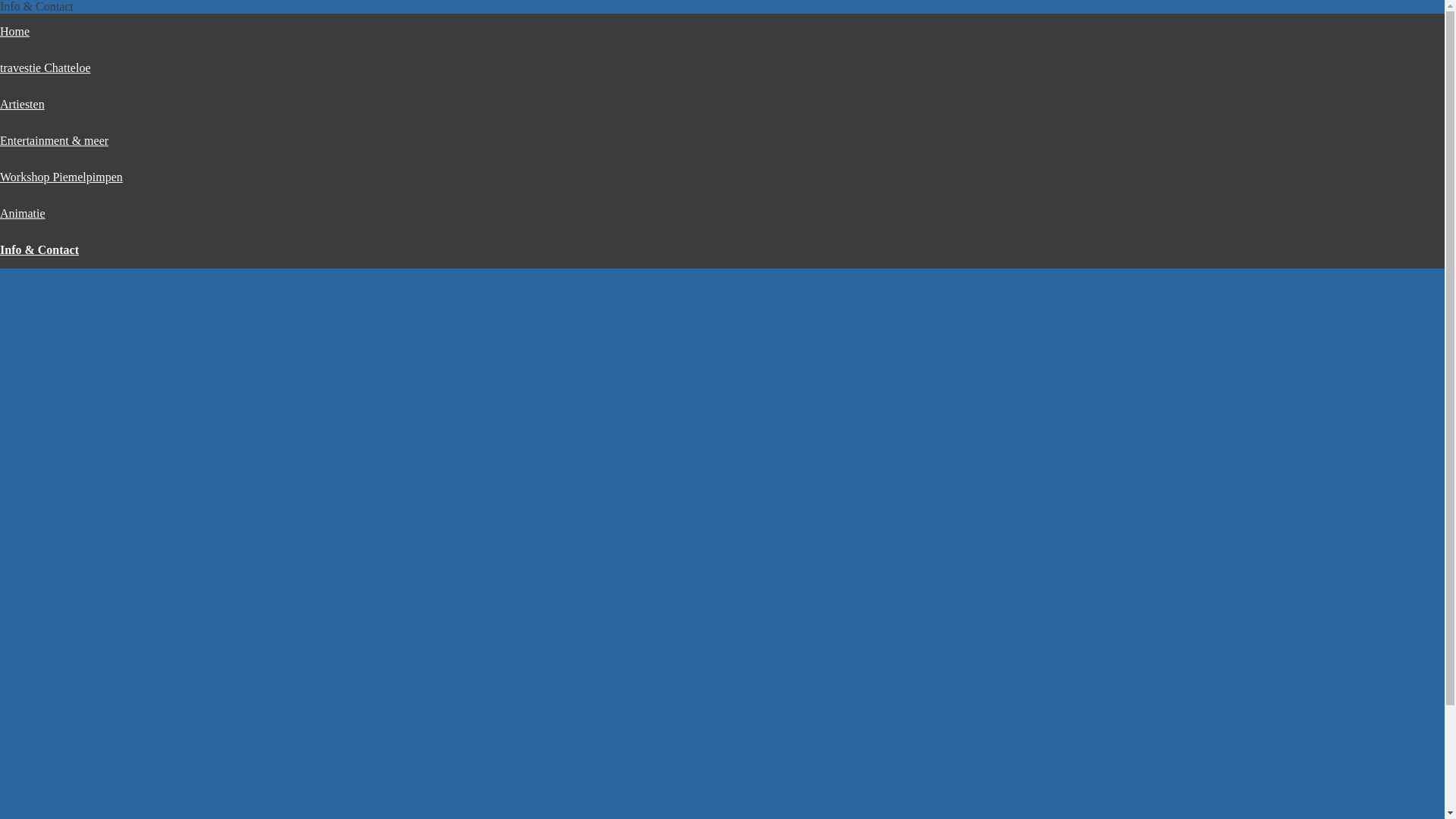 This screenshot has width=1456, height=819. Describe the element at coordinates (0, 213) in the screenshot. I see `'Animatie'` at that location.